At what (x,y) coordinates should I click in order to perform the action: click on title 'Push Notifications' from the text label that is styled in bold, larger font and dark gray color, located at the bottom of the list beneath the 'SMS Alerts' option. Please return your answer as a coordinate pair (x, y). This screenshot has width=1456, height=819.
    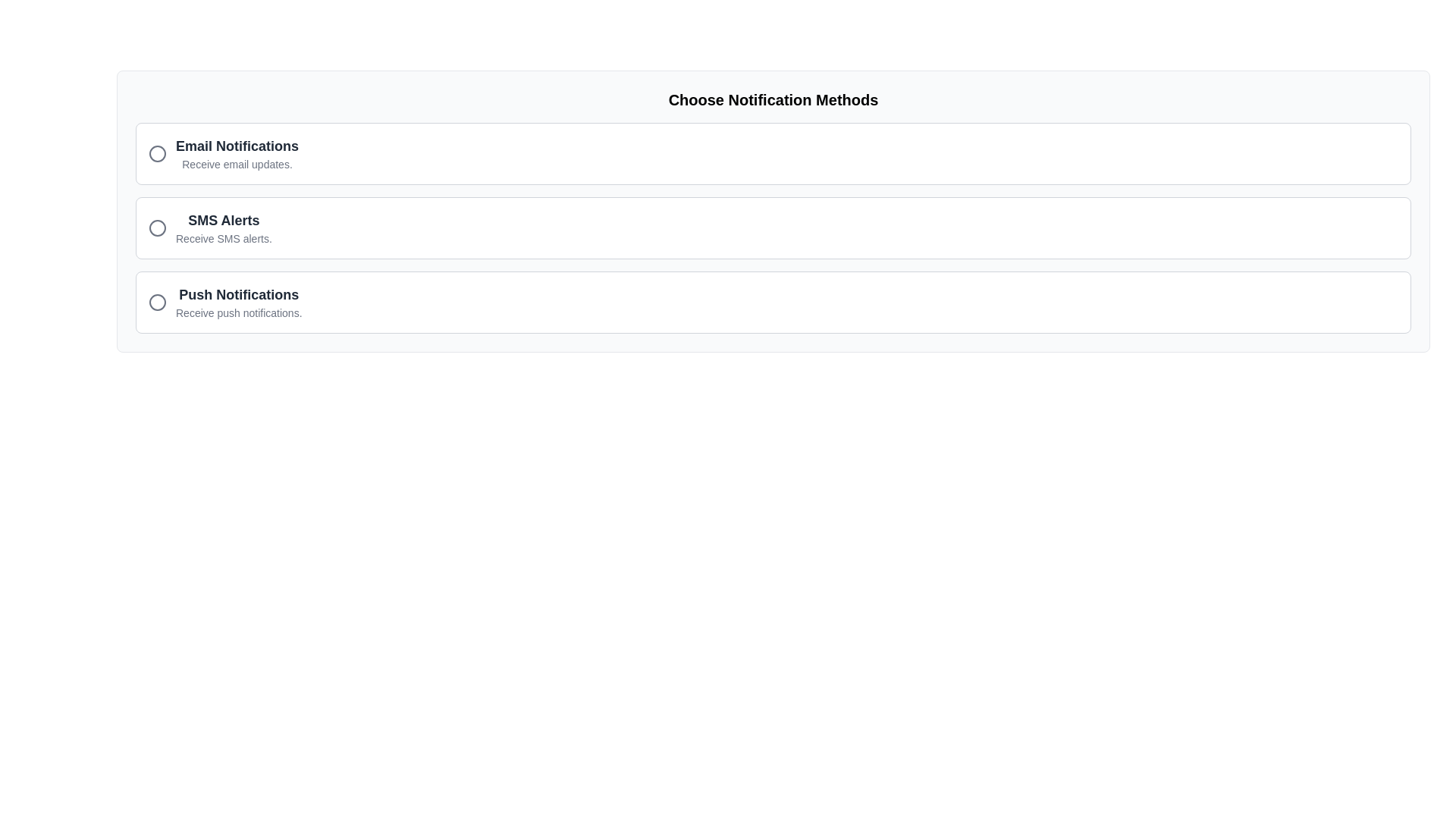
    Looking at the image, I should click on (238, 295).